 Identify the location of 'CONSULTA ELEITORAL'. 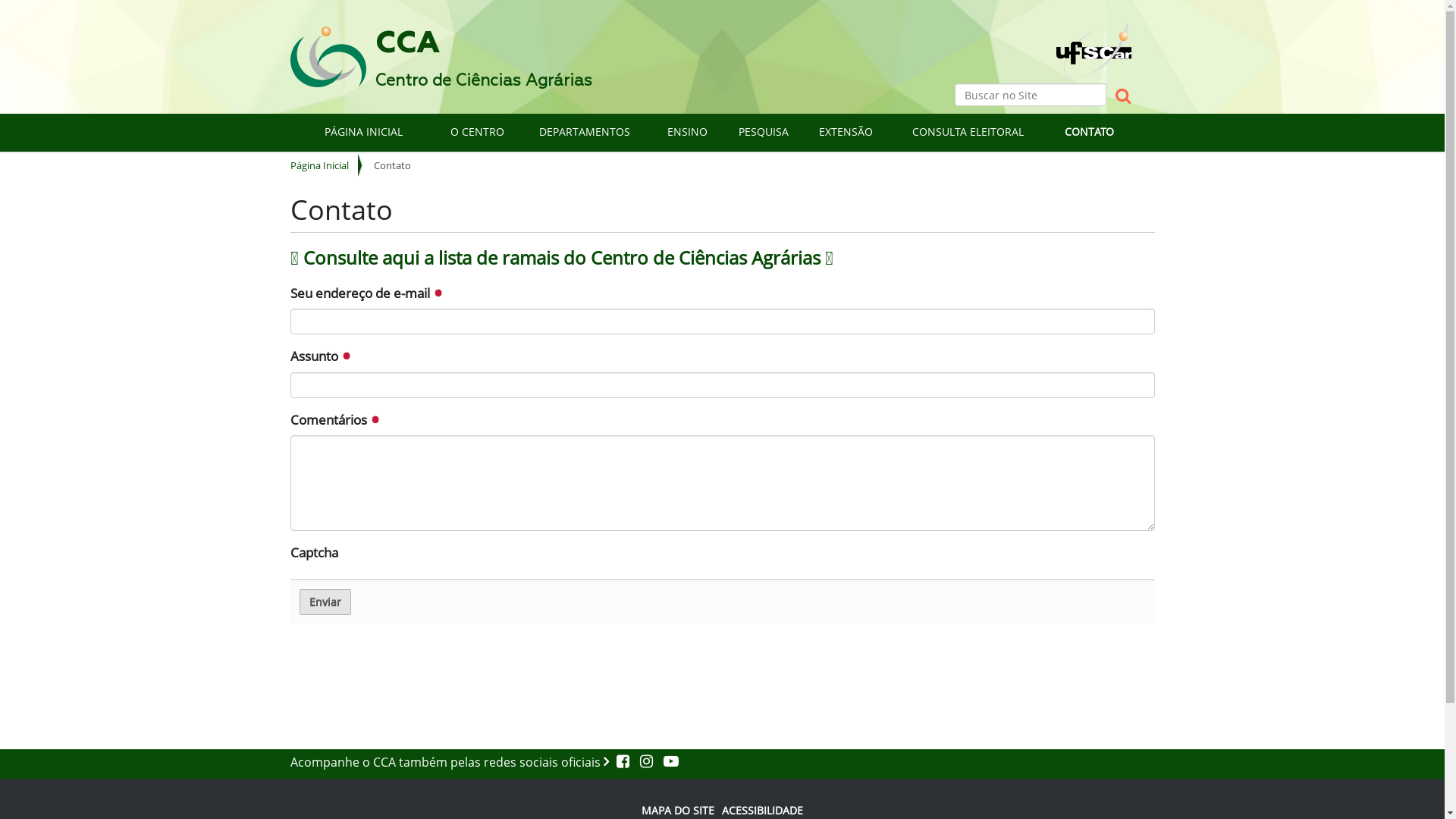
(967, 130).